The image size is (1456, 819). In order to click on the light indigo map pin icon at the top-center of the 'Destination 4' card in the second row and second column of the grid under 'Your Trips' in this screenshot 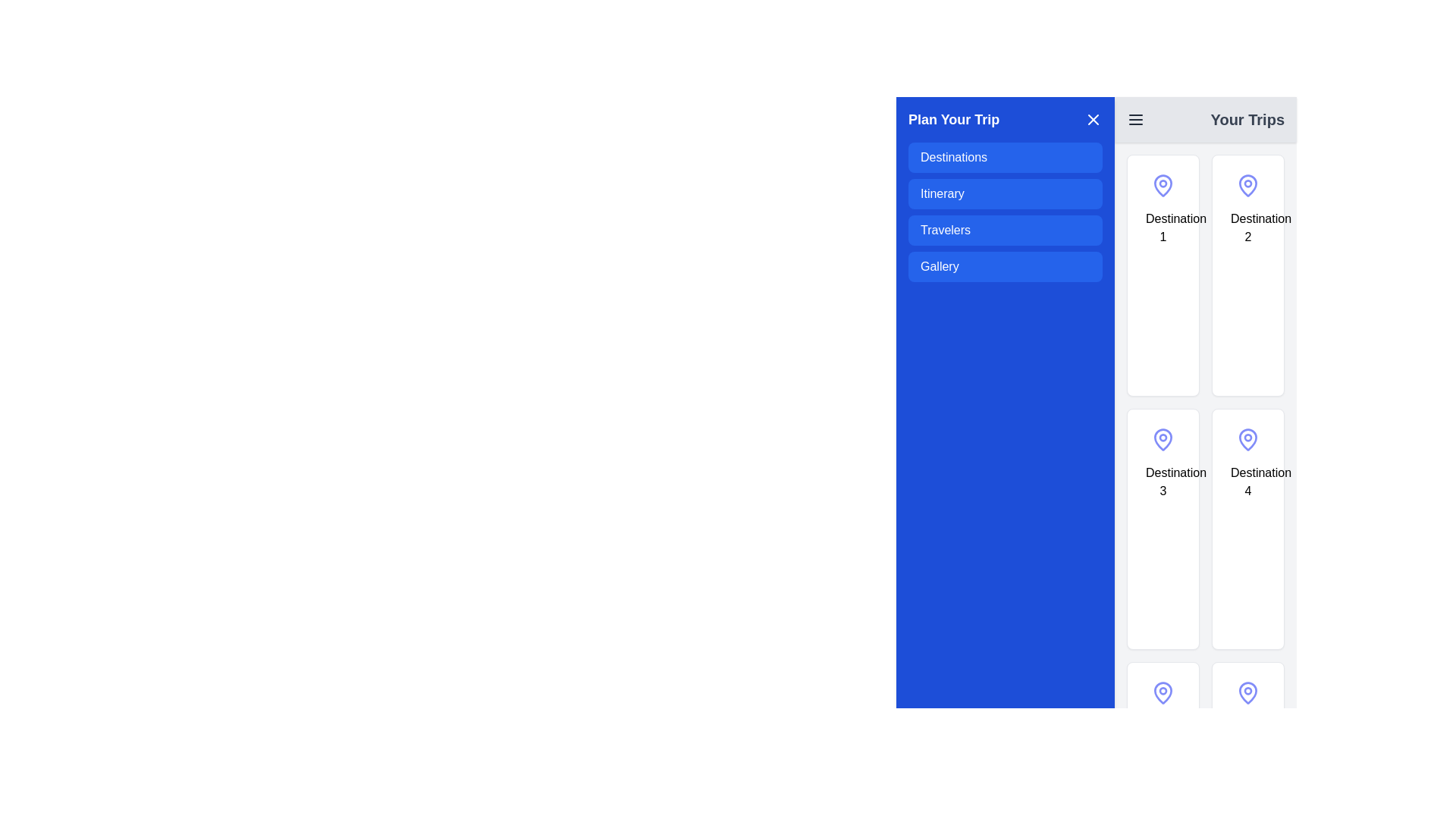, I will do `click(1248, 438)`.